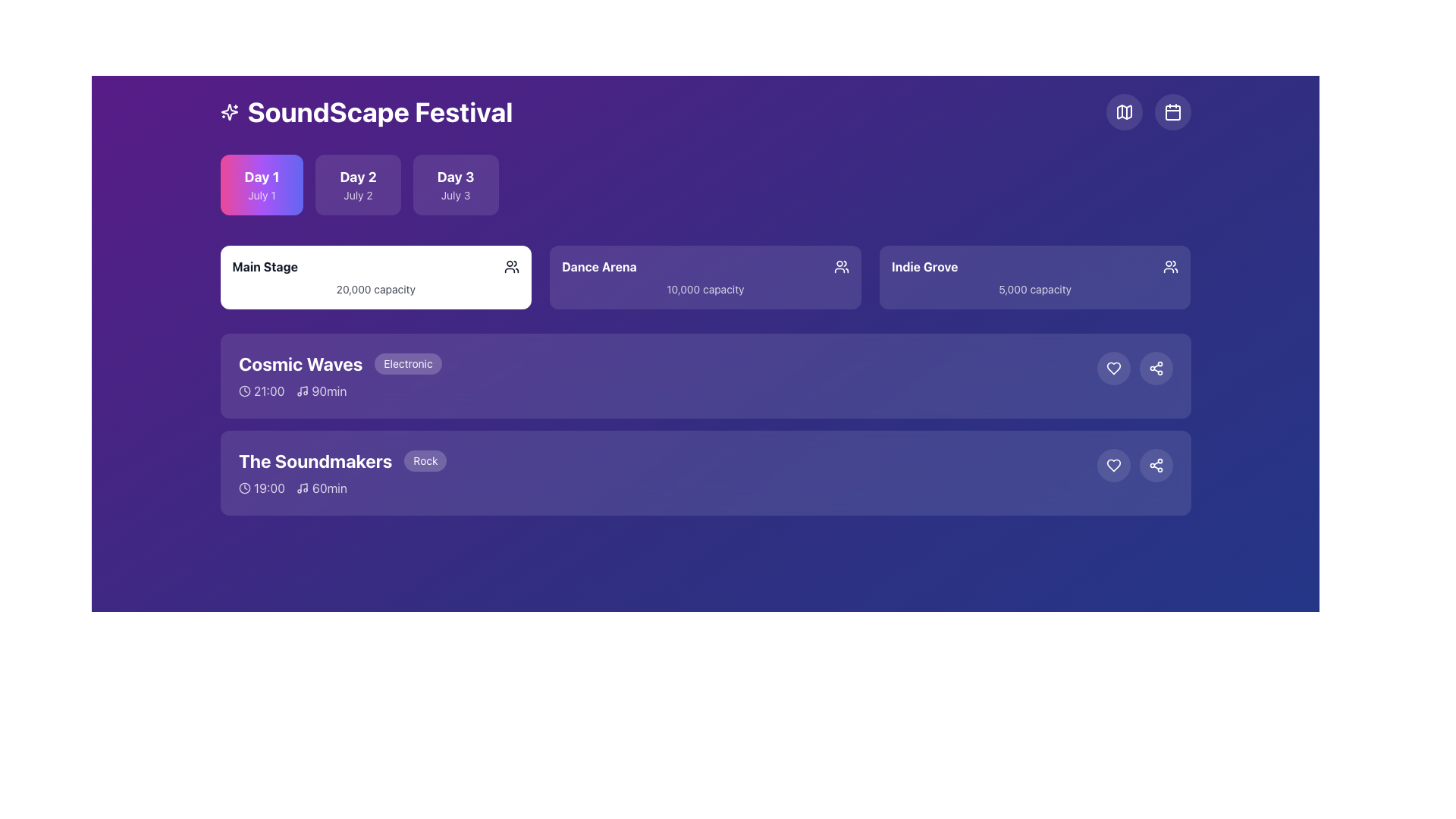  I want to click on the Text label indicating the name of the 'Main Stage', which is located in the upper section of the interface inside a white panel, so click(265, 265).